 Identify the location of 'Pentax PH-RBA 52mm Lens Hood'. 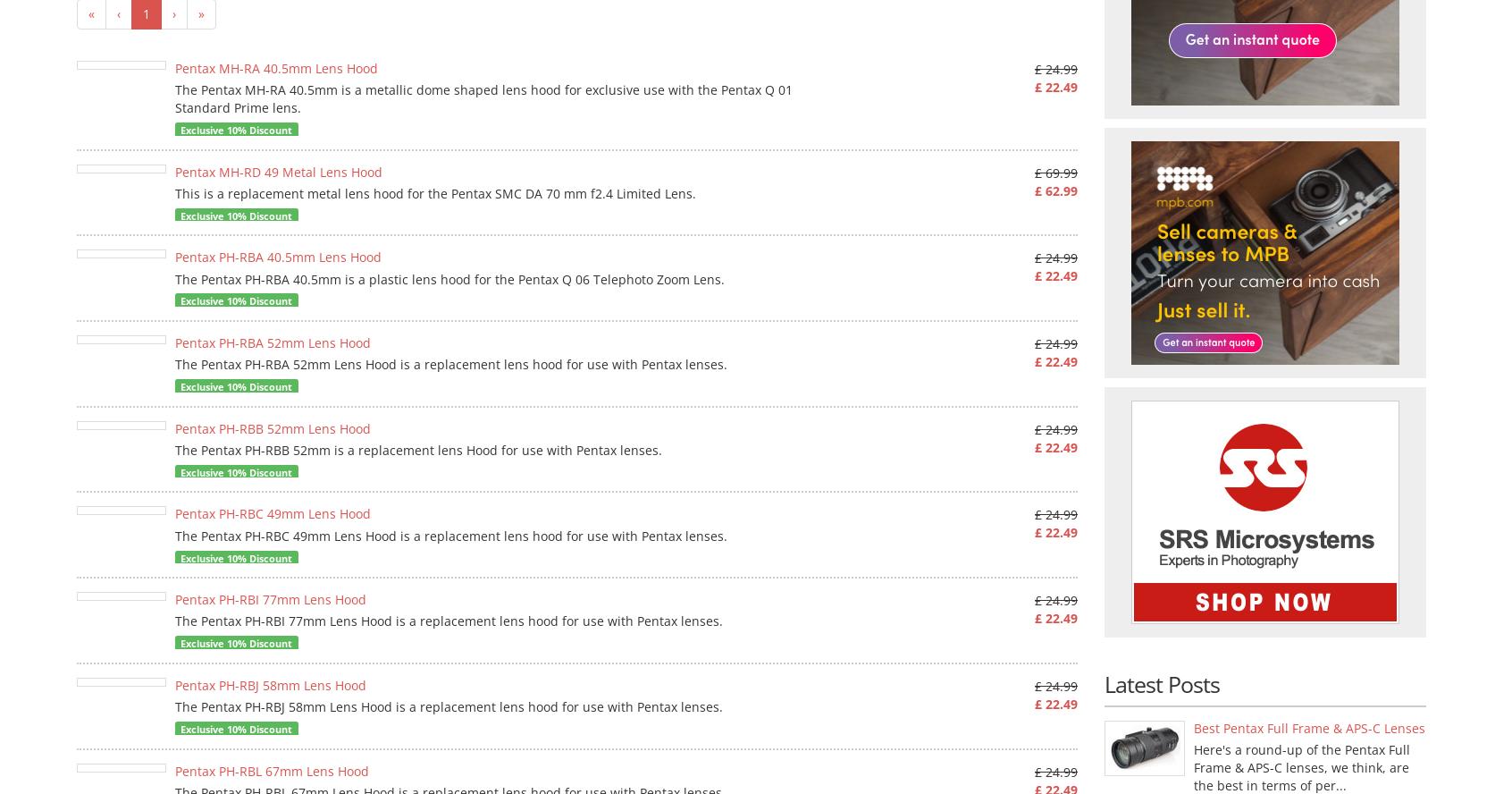
(173, 342).